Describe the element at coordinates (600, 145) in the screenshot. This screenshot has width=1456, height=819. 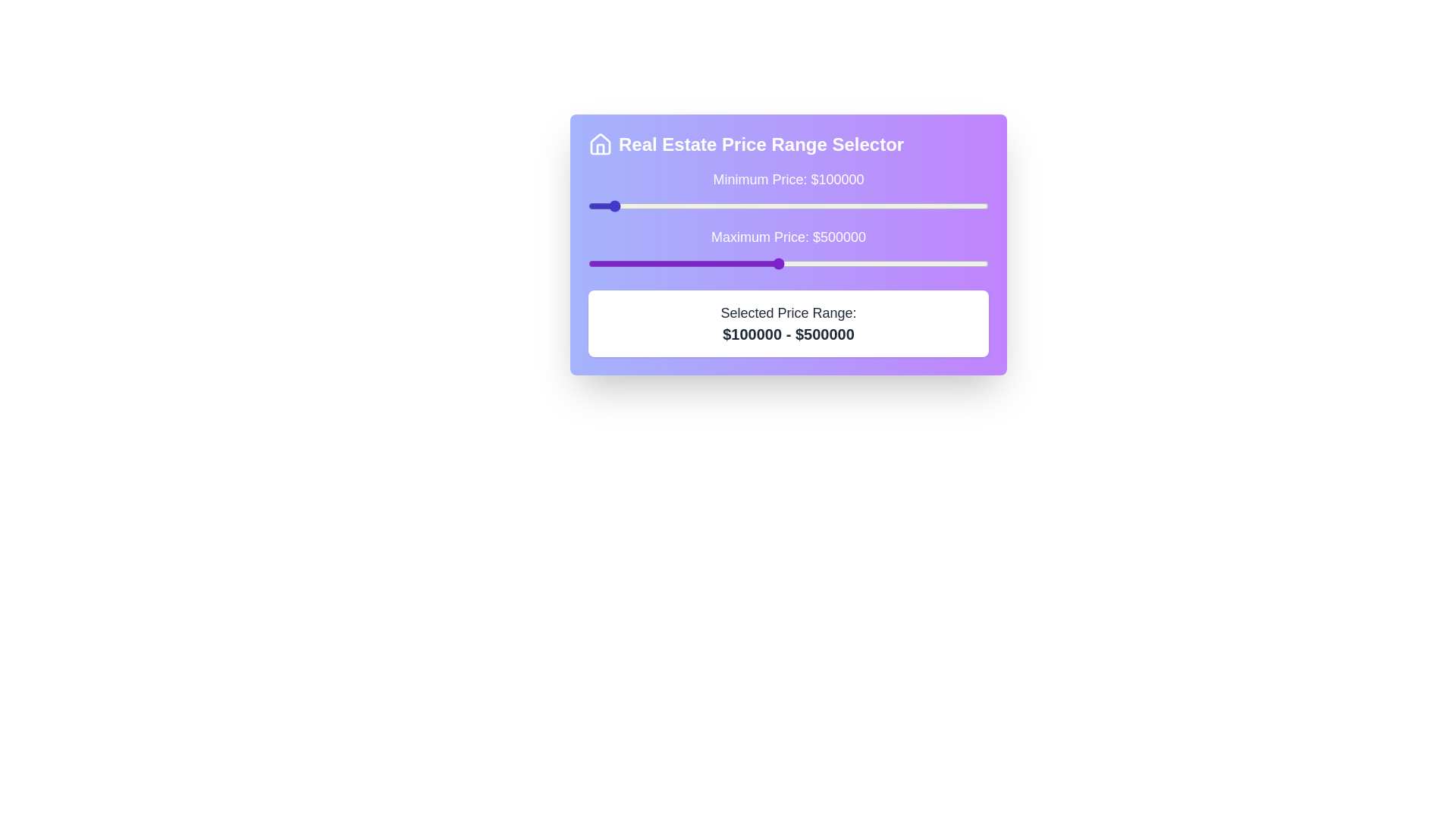
I see `the house icon next to the heading` at that location.